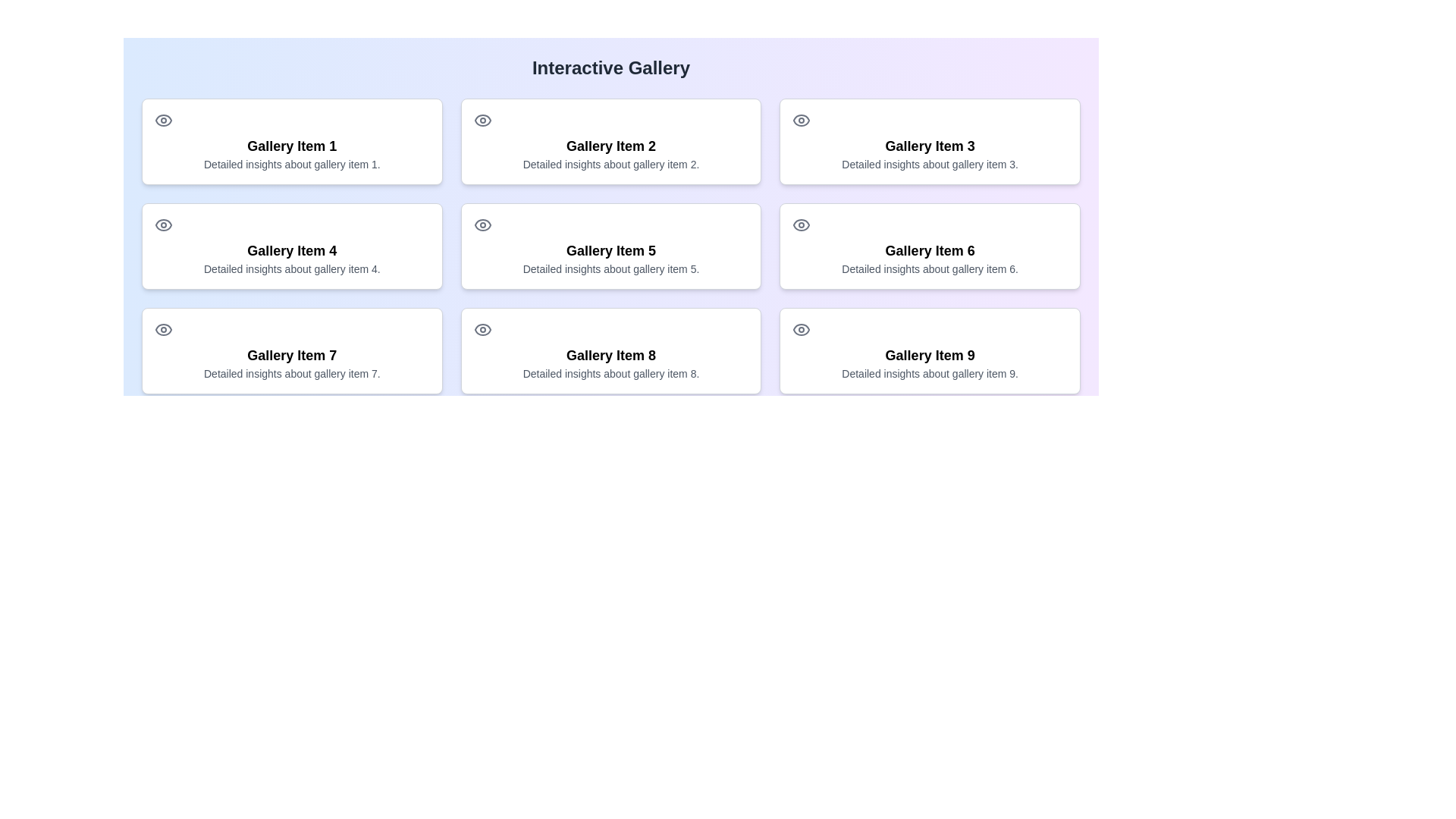 This screenshot has width=1456, height=819. I want to click on the main title of the sixth gallery item located in the second row, third column of a 3x3 grid layout, so click(929, 250).